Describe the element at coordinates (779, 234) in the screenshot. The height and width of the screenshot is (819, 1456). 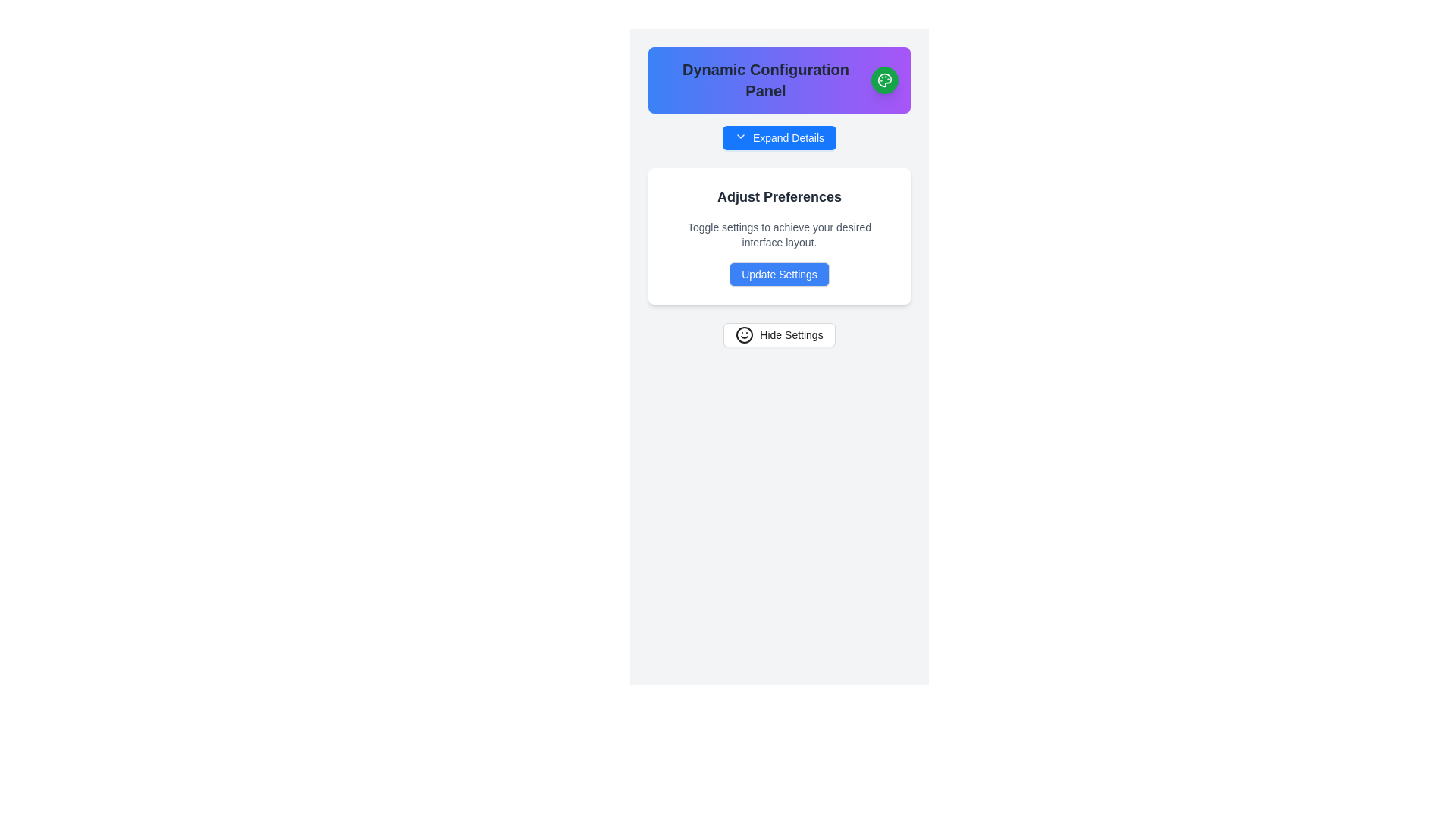
I see `the text element styled in small, gray-colored font located beneath the 'Adjust Preferences' heading in the settings module` at that location.